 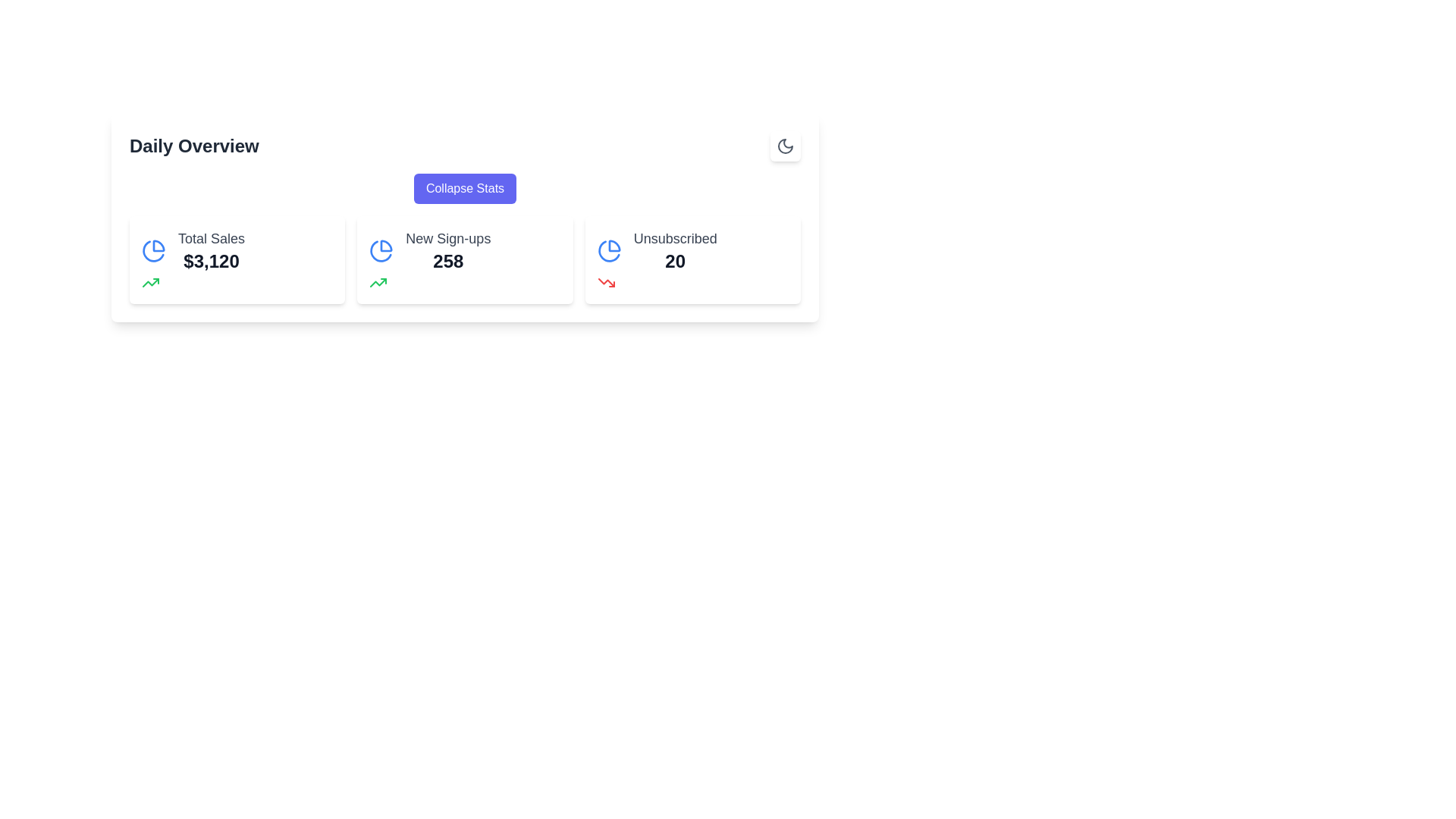 What do you see at coordinates (150, 283) in the screenshot?
I see `attributes of the upward trend icon located in the 'Daily Overview' section below the 'Total Sales' numerical value` at bounding box center [150, 283].